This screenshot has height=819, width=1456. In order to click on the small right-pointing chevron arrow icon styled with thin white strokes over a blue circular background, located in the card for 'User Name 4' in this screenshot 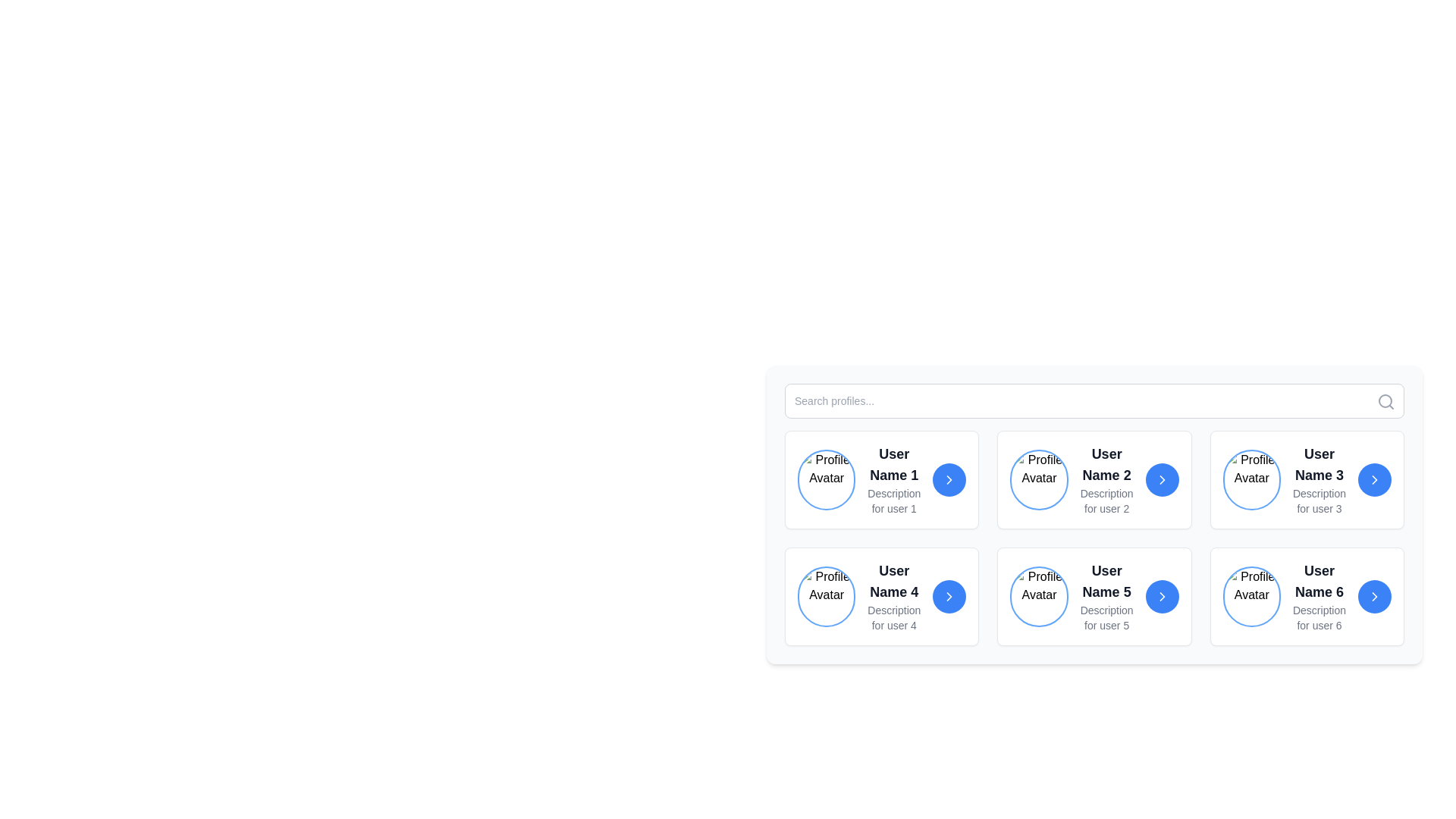, I will do `click(949, 595)`.